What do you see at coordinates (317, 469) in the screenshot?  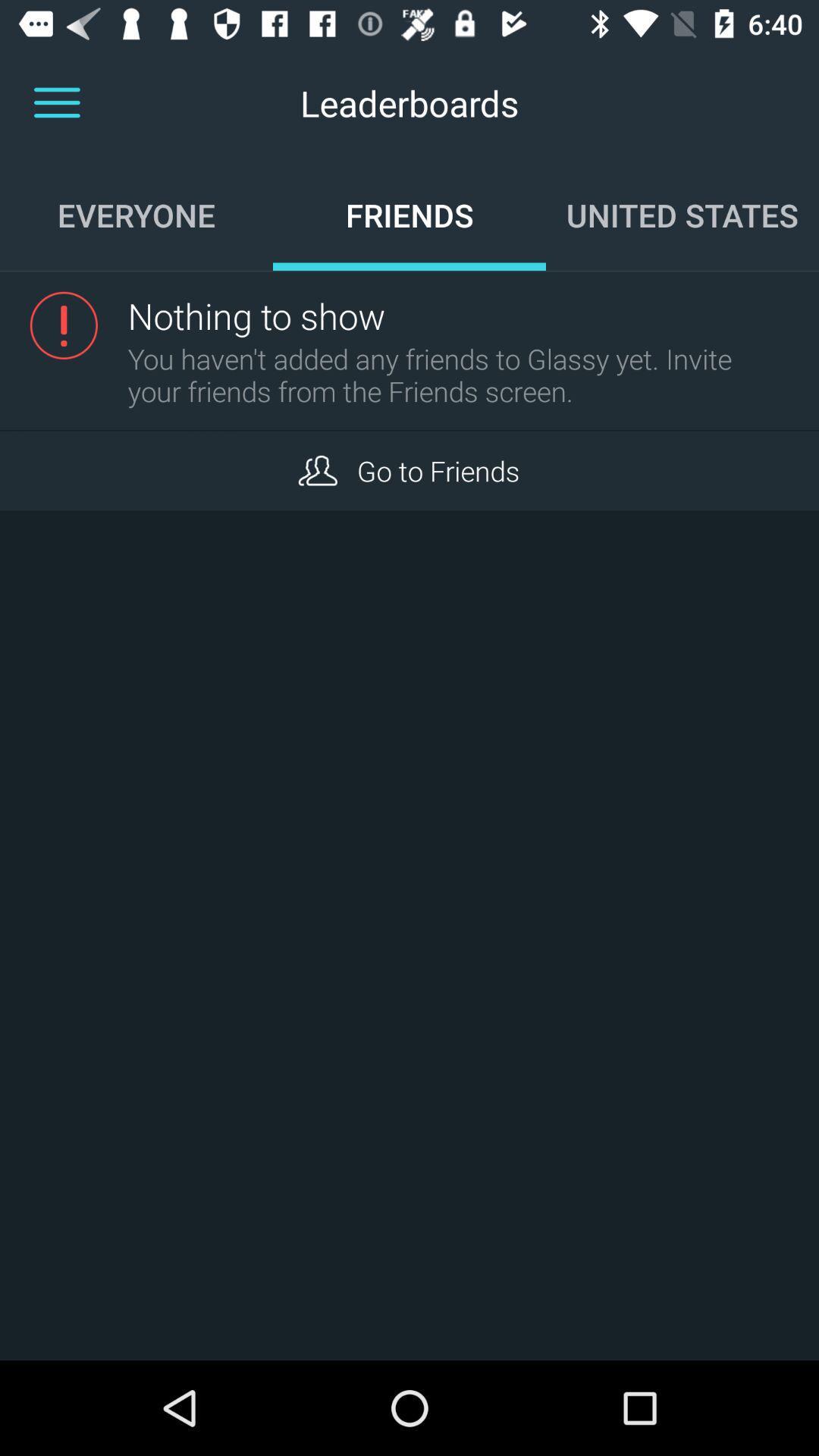 I see `friends` at bounding box center [317, 469].